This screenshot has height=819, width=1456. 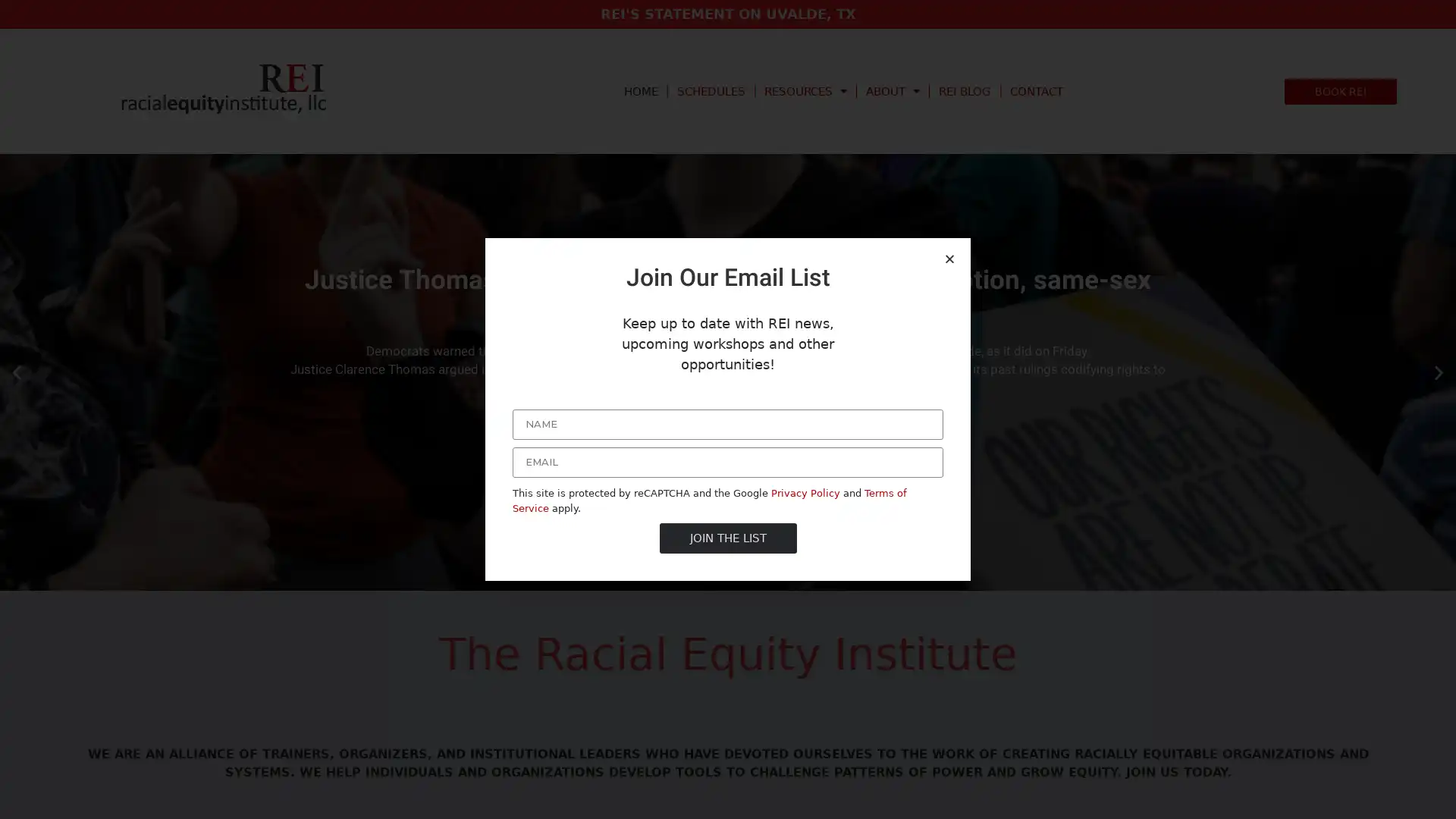 What do you see at coordinates (713, 579) in the screenshot?
I see `Go to slide 1` at bounding box center [713, 579].